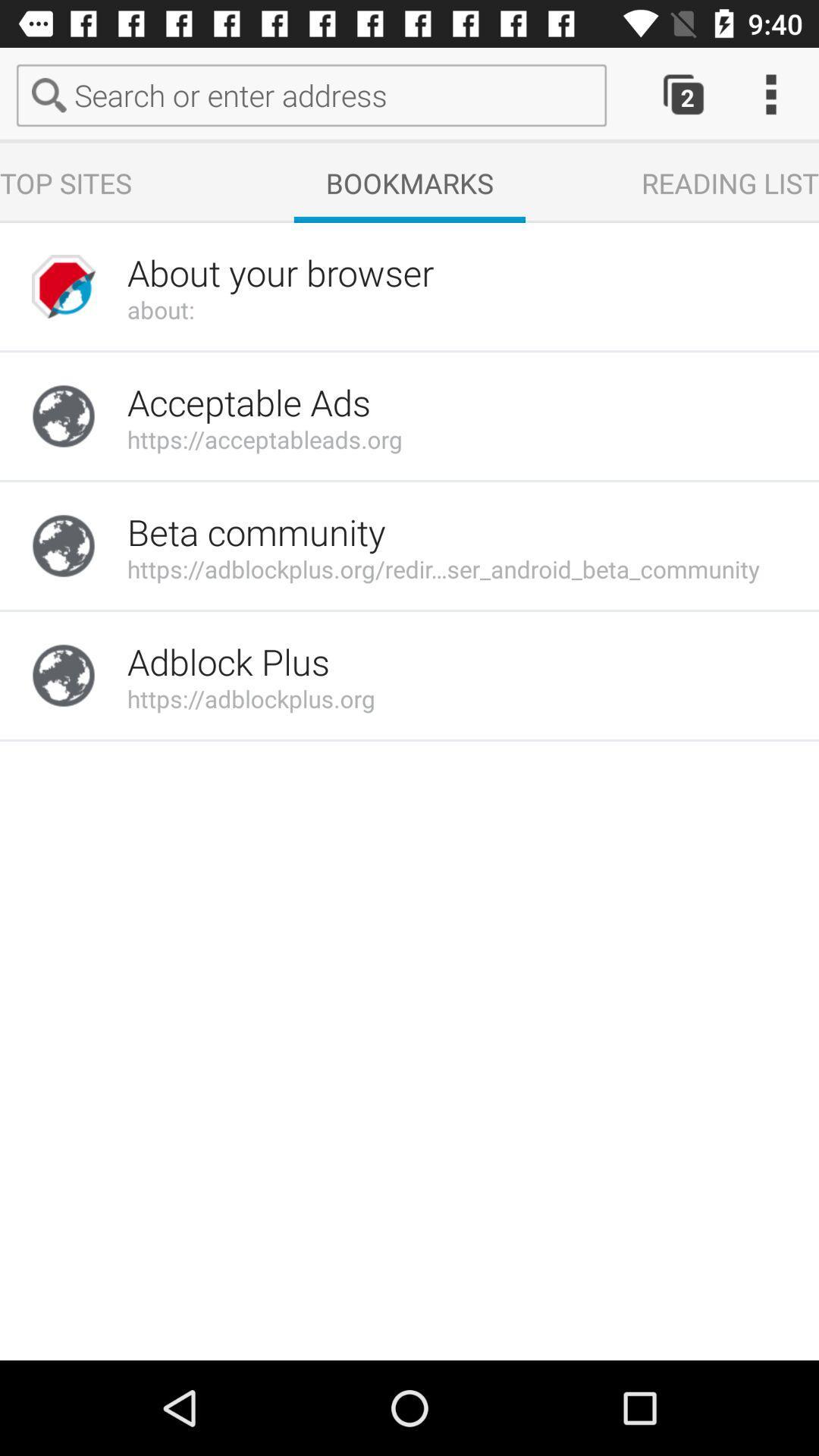 The width and height of the screenshot is (819, 1456). Describe the element at coordinates (63, 416) in the screenshot. I see `move to icon which is under the about your browser` at that location.